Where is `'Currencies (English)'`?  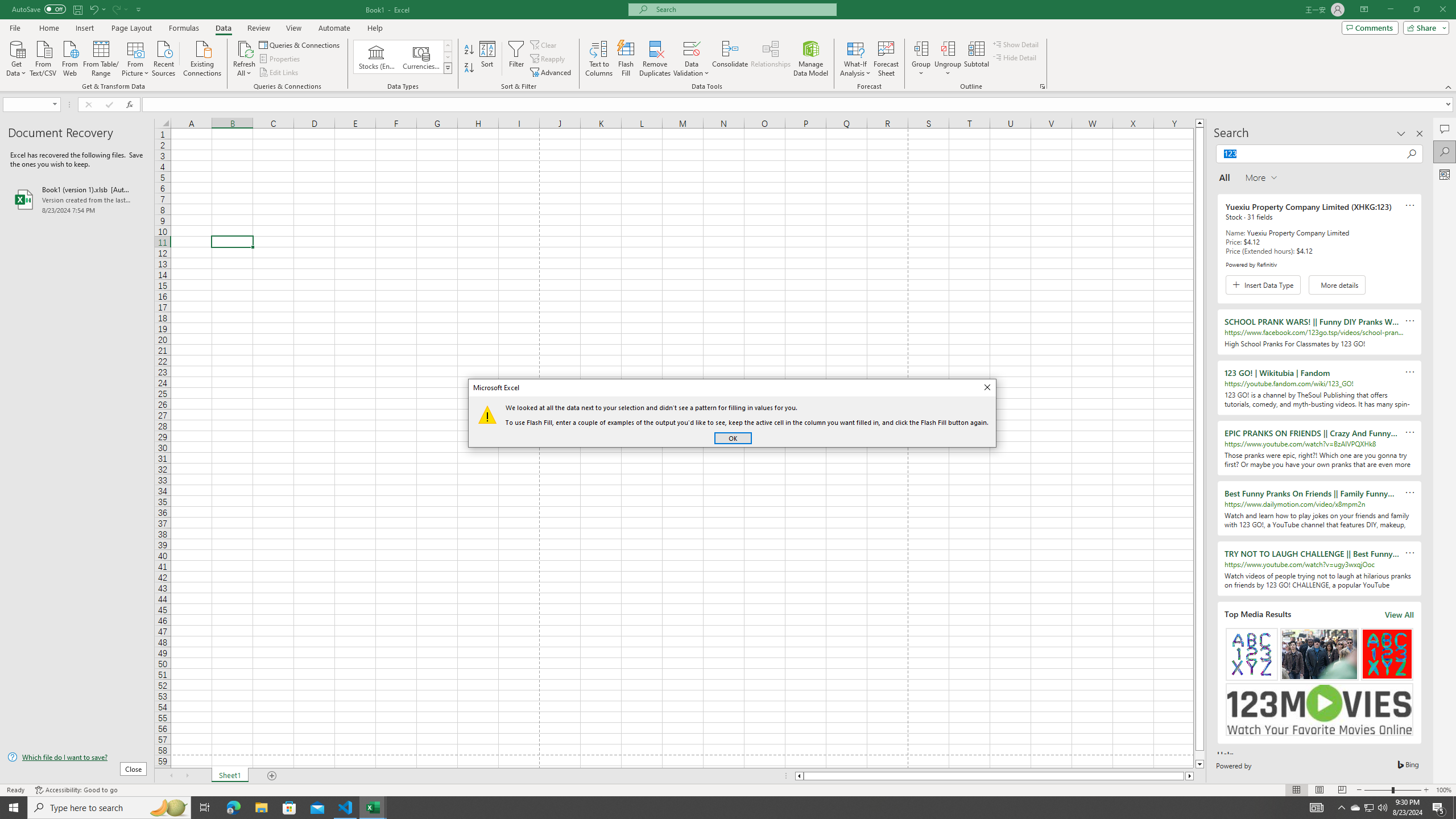 'Currencies (English)' is located at coordinates (420, 56).